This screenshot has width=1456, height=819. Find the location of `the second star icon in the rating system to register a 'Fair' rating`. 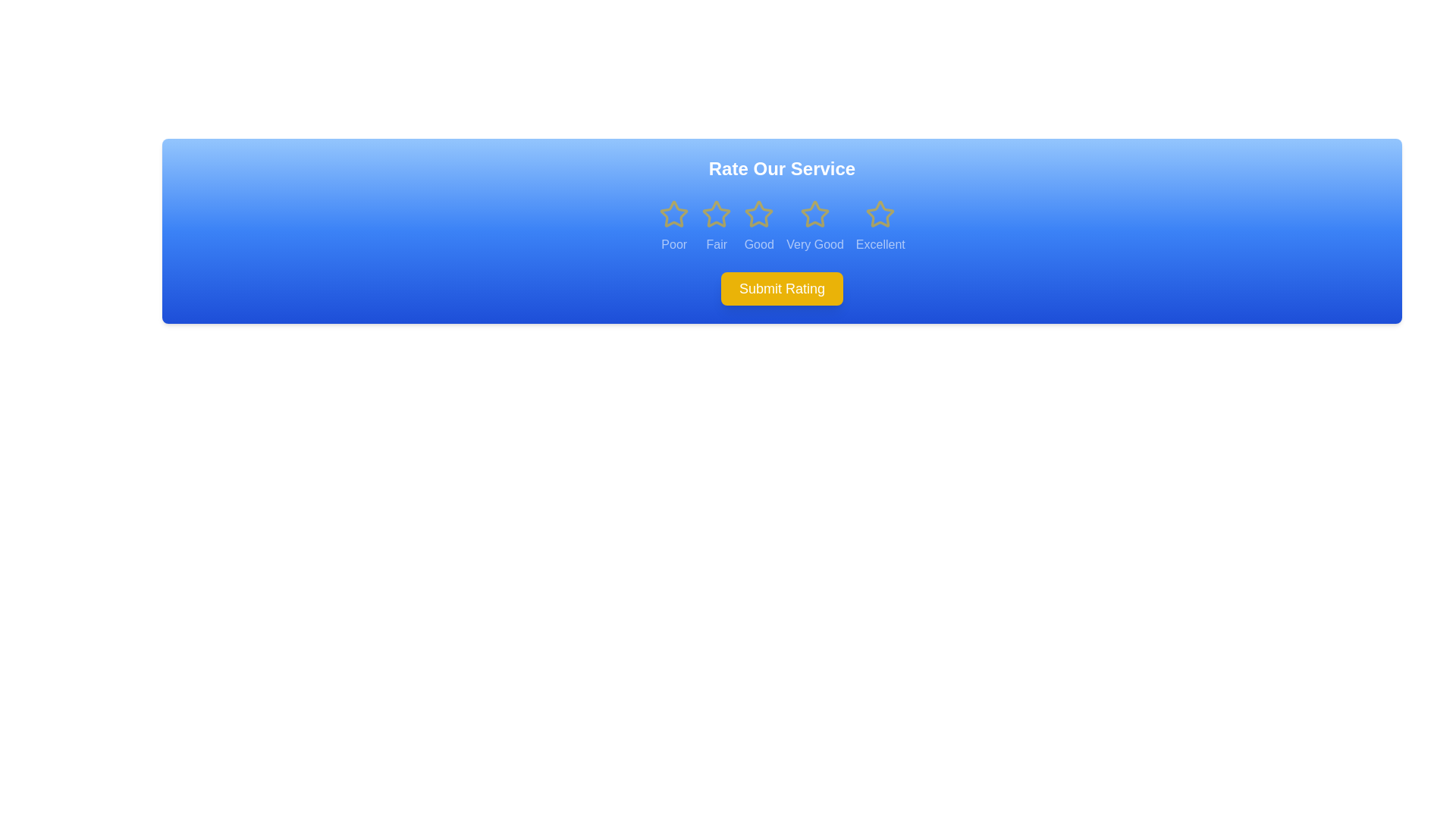

the second star icon in the rating system to register a 'Fair' rating is located at coordinates (716, 214).